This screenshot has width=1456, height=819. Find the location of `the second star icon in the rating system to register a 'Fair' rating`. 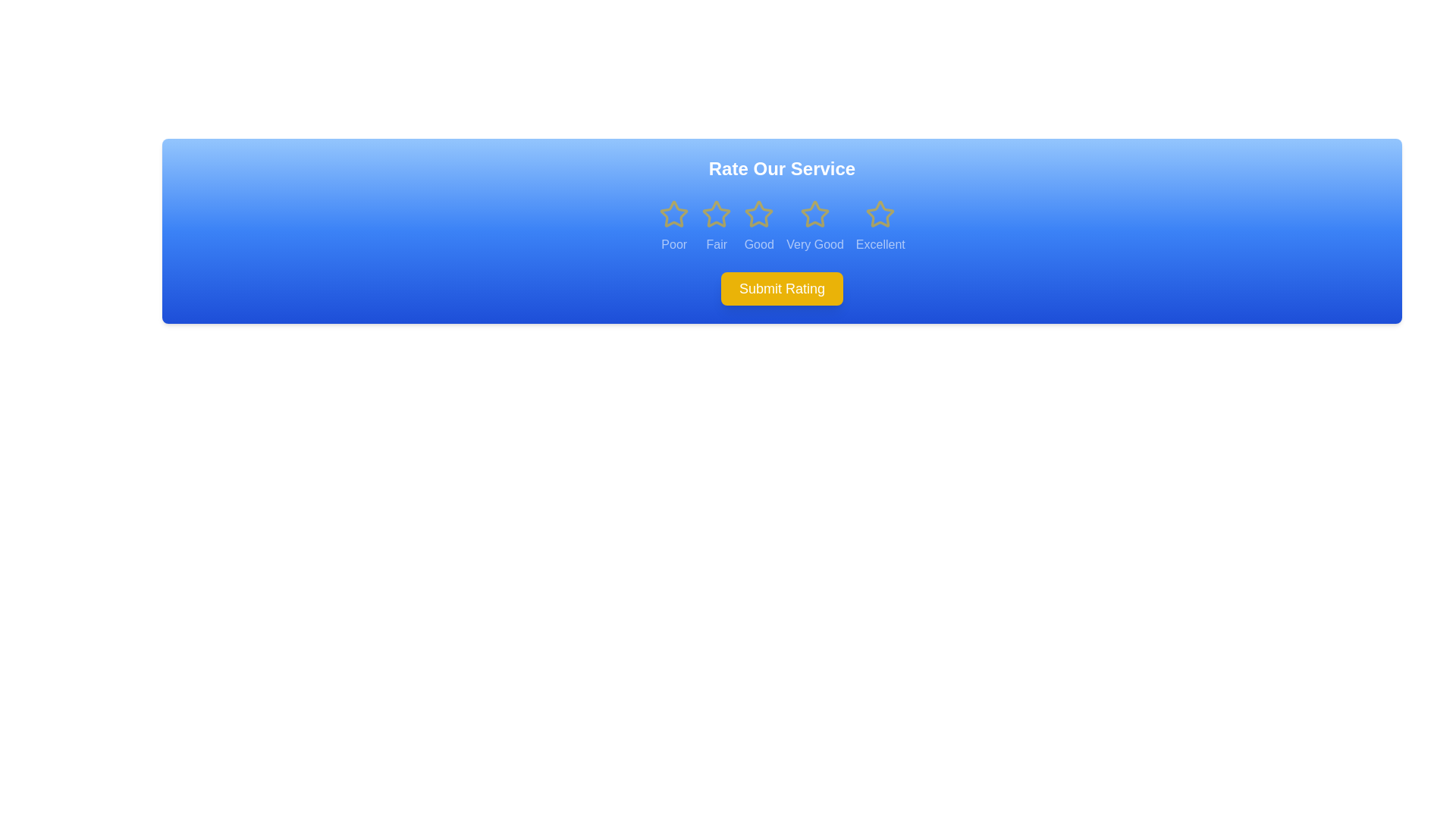

the second star icon in the rating system to register a 'Fair' rating is located at coordinates (716, 214).